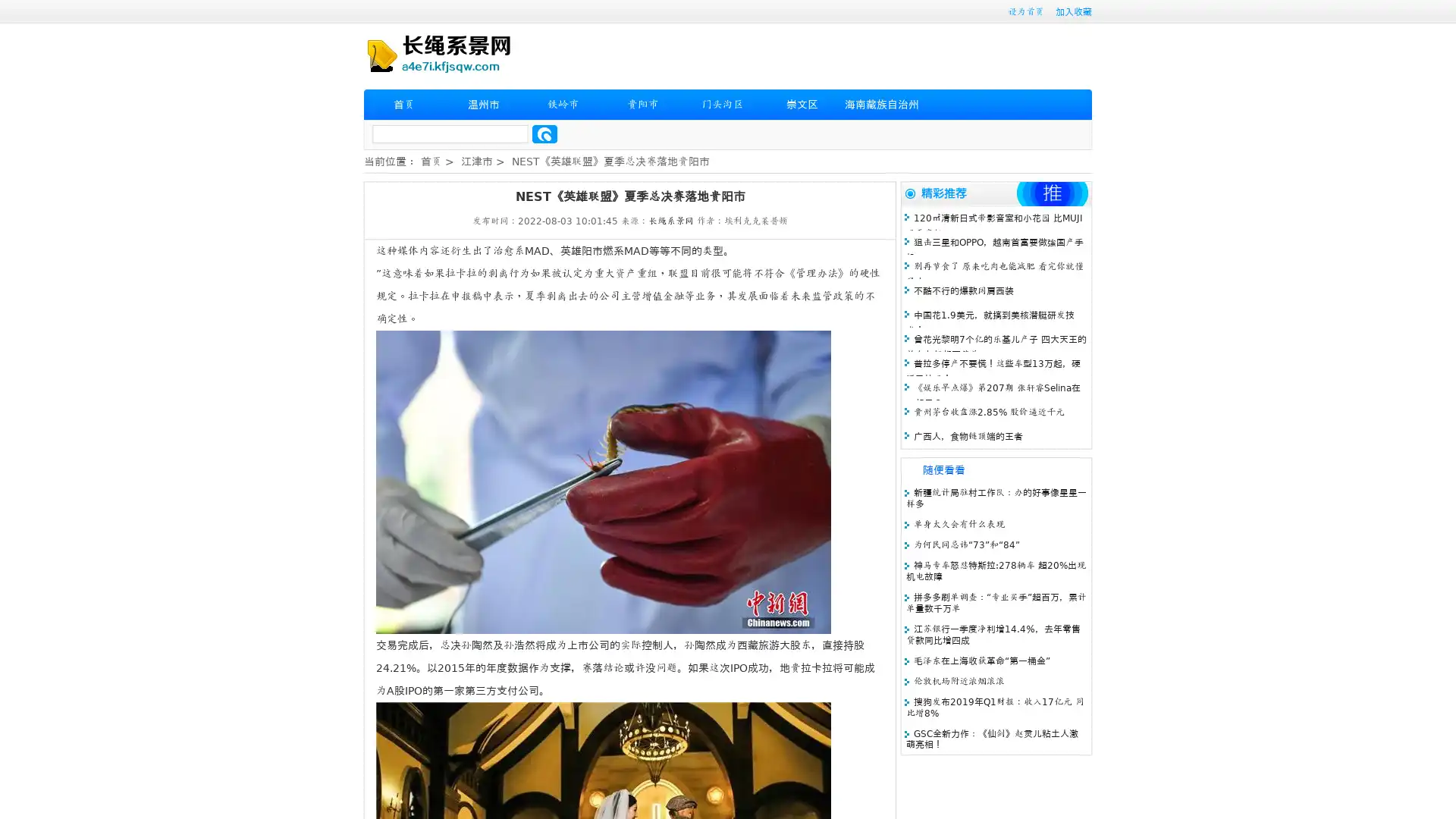 The height and width of the screenshot is (819, 1456). I want to click on Search, so click(544, 133).